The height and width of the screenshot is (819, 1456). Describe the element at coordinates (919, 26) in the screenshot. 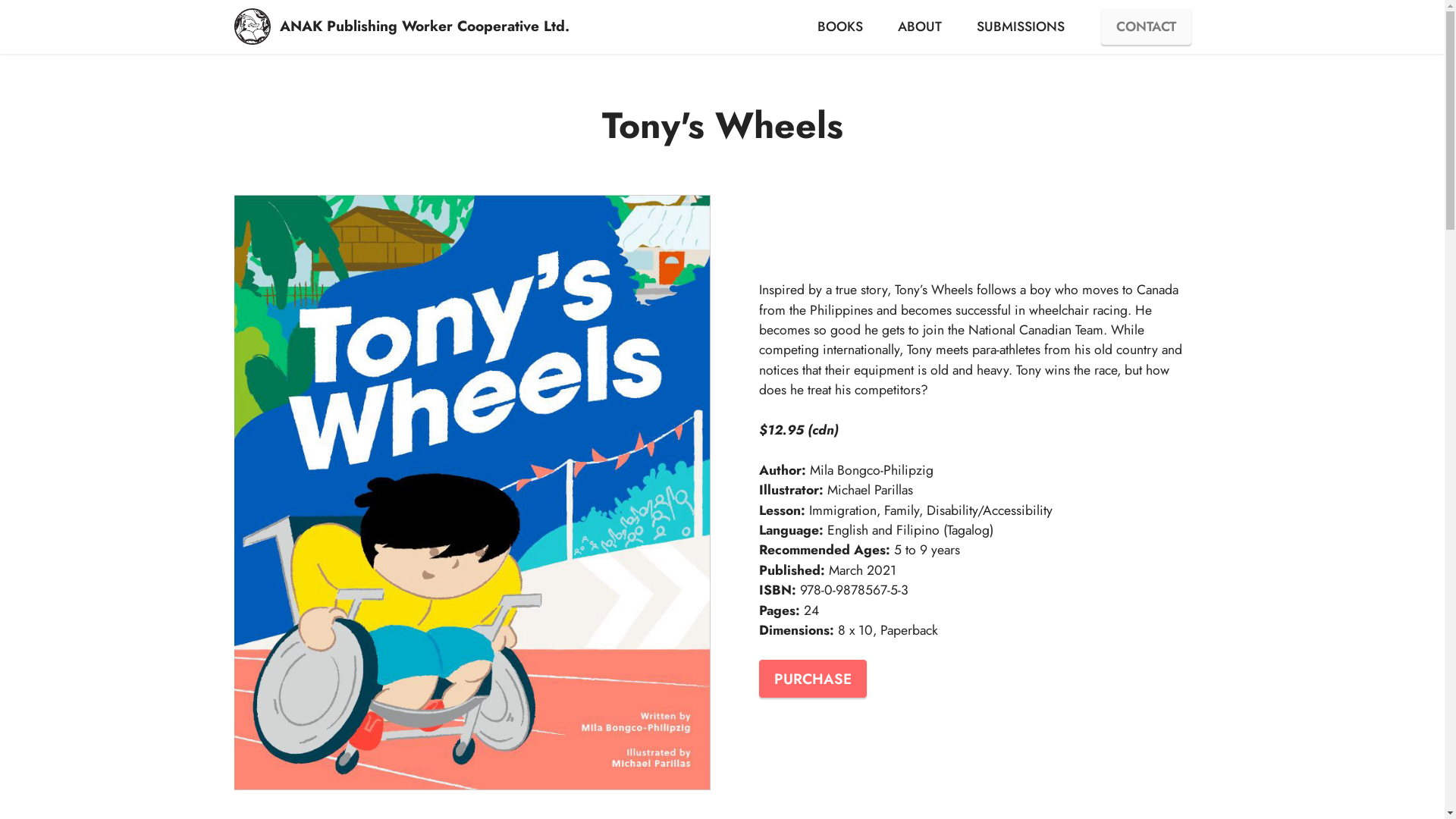

I see `'ABOUT'` at that location.